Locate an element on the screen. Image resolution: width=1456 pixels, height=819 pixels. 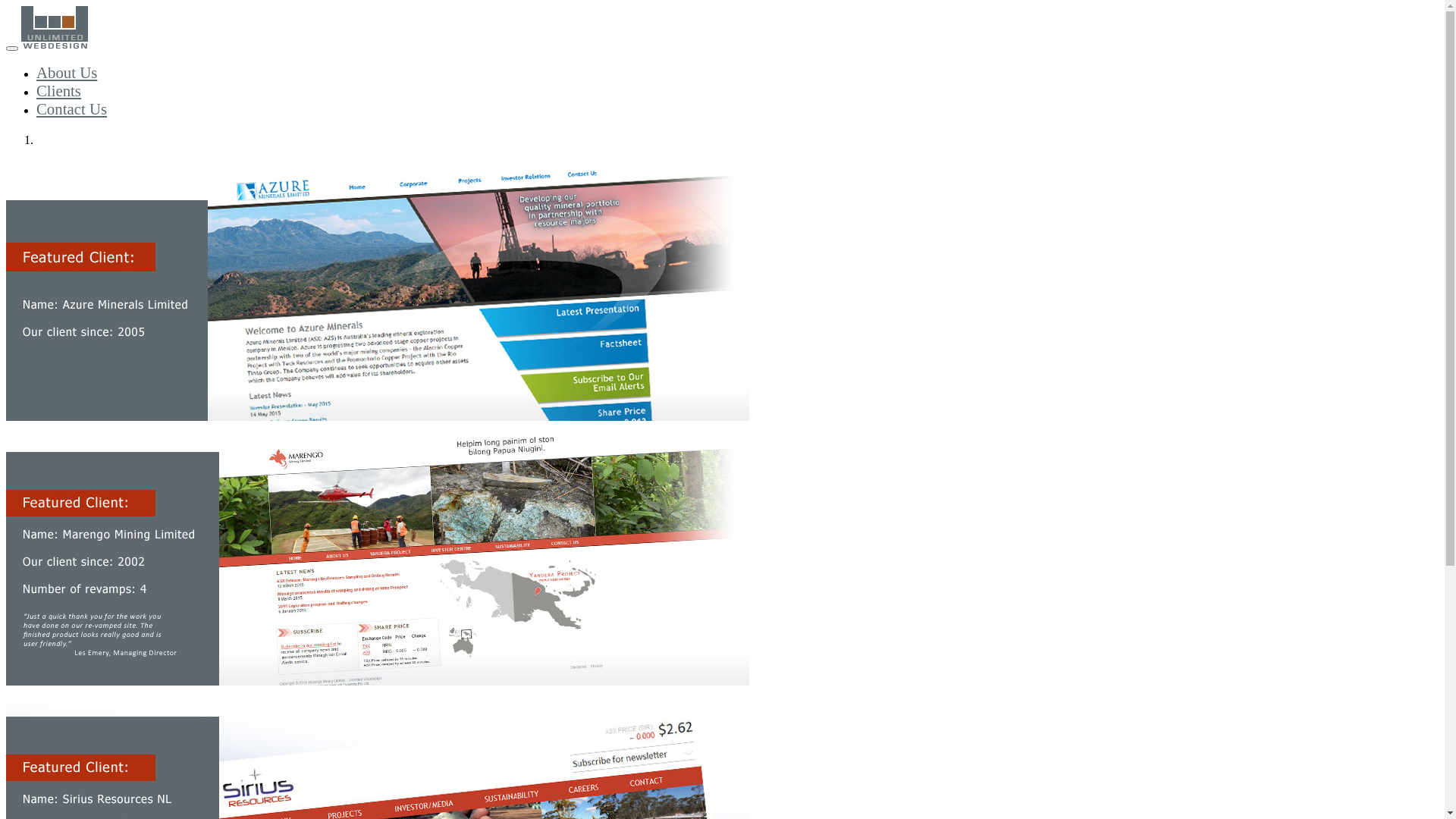
'Clients' is located at coordinates (58, 90).